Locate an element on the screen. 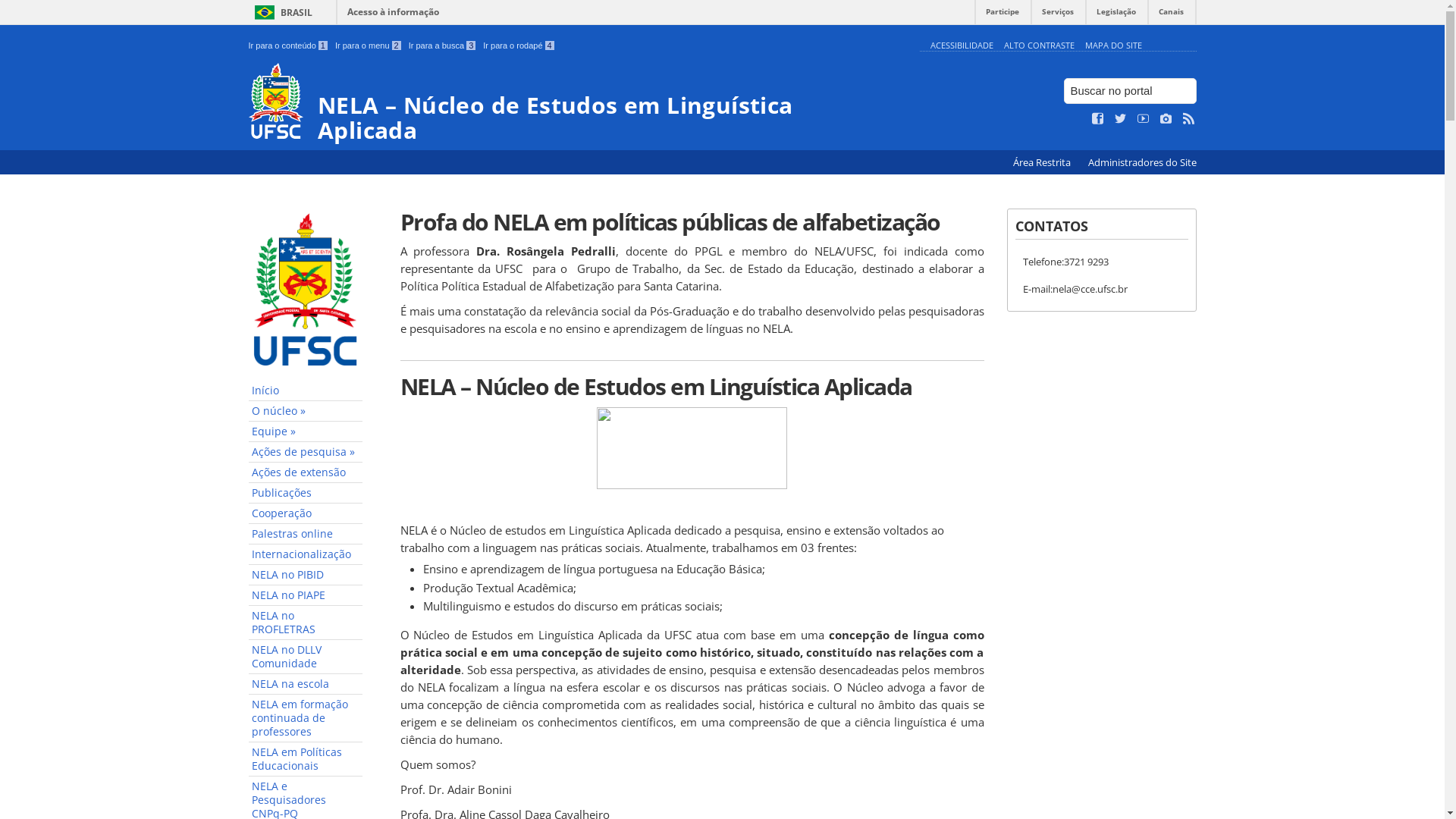 The height and width of the screenshot is (819, 1456). 'Palestras online' is located at coordinates (305, 533).